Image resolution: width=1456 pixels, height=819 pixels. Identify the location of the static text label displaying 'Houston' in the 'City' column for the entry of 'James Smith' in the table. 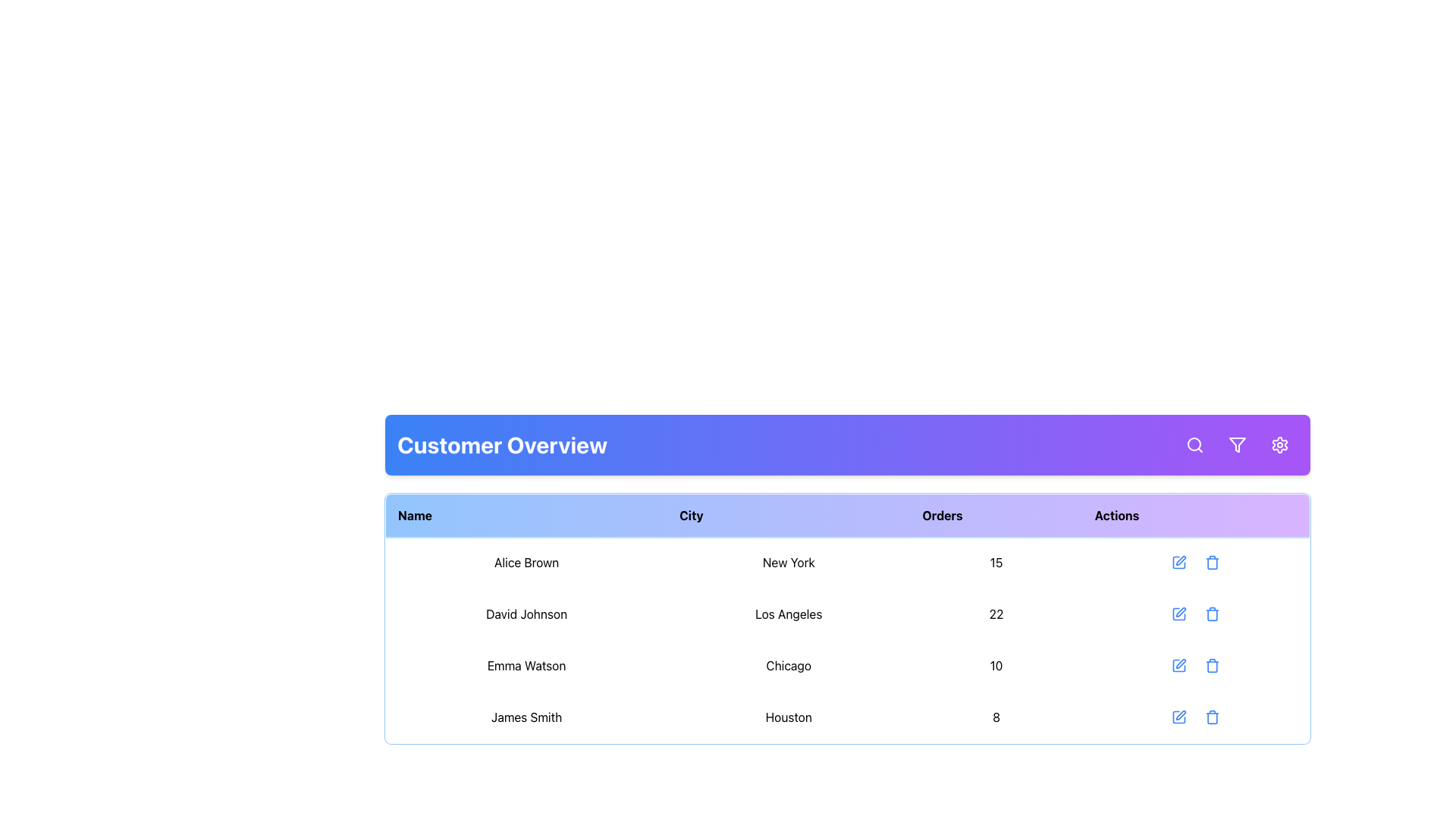
(789, 717).